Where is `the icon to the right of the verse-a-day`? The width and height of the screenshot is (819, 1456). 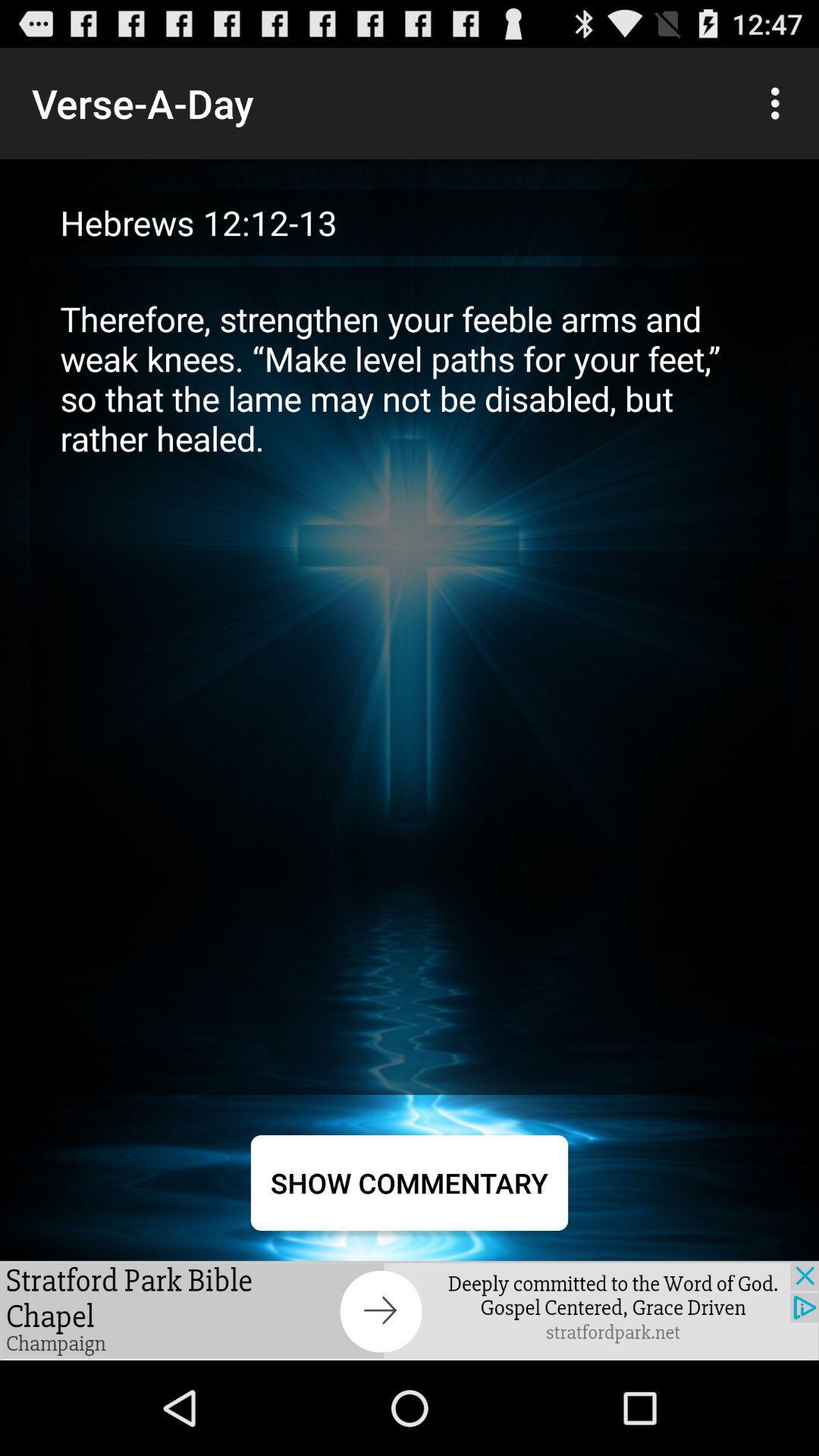 the icon to the right of the verse-a-day is located at coordinates (779, 102).